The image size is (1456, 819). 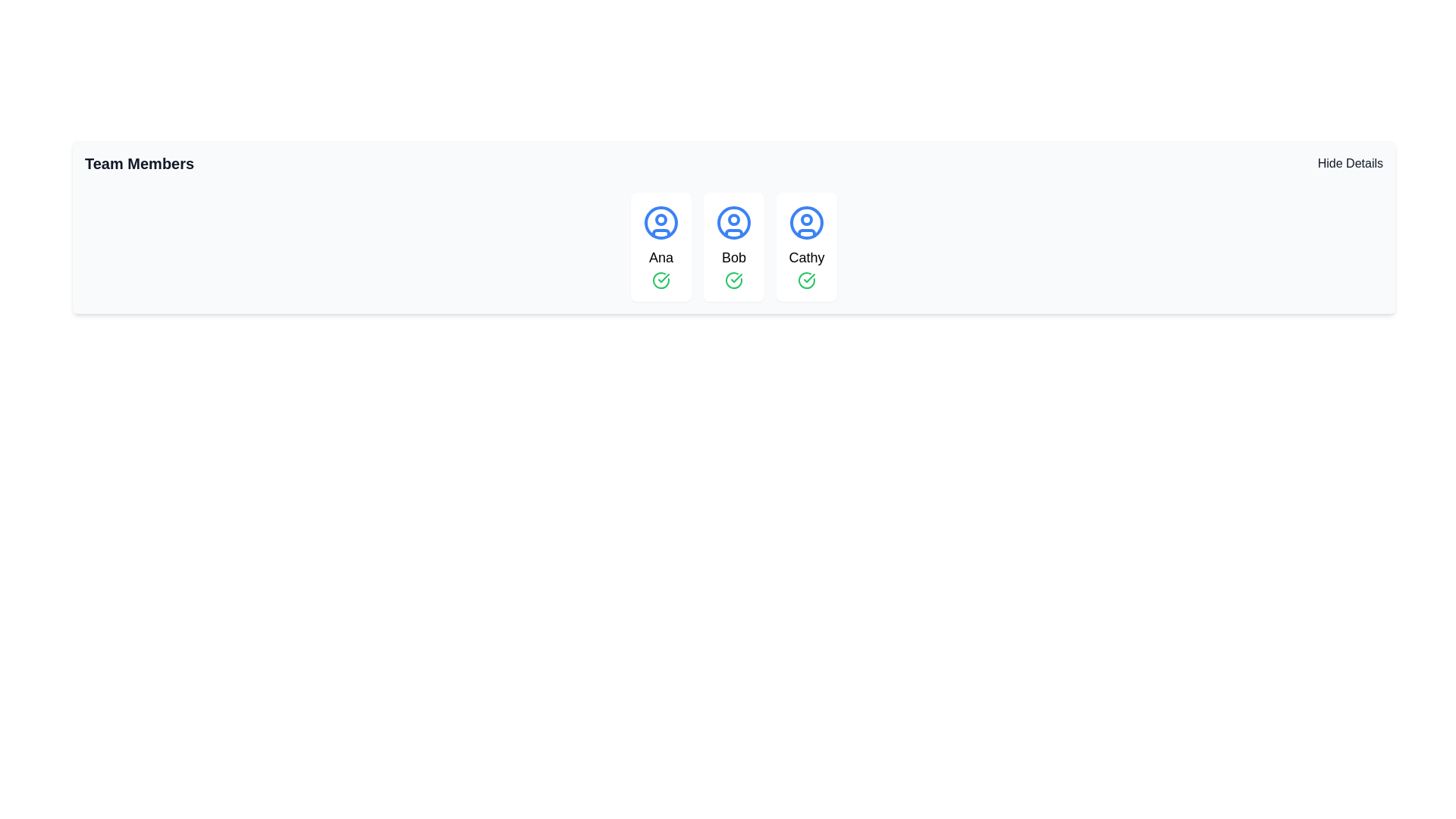 What do you see at coordinates (734, 281) in the screenshot?
I see `the second green checkmark icon within Bob's user card, which signifies successful validation or confirmation` at bounding box center [734, 281].